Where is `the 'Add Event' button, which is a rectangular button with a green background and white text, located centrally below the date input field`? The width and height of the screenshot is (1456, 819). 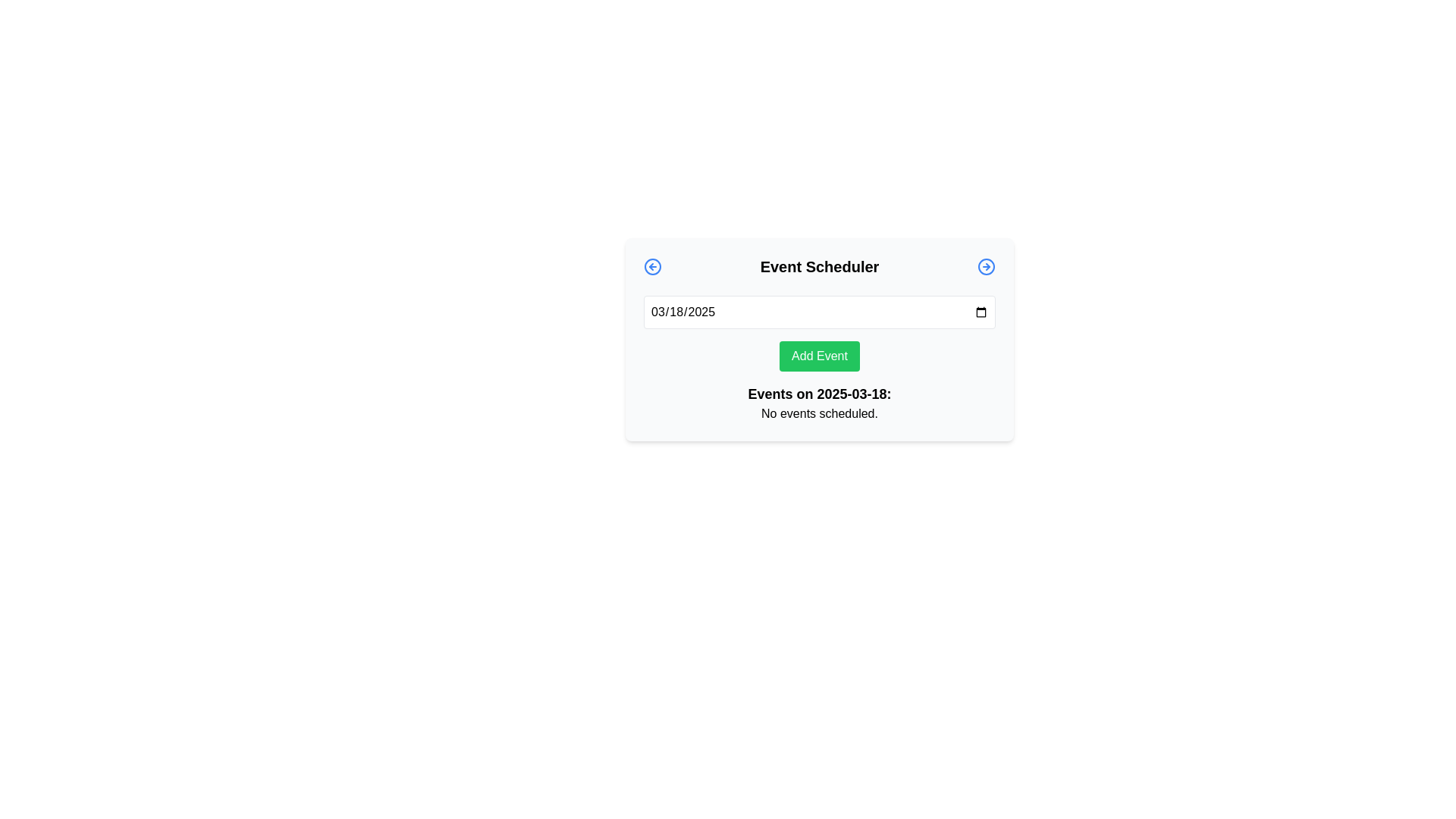
the 'Add Event' button, which is a rectangular button with a green background and white text, located centrally below the date input field is located at coordinates (818, 356).